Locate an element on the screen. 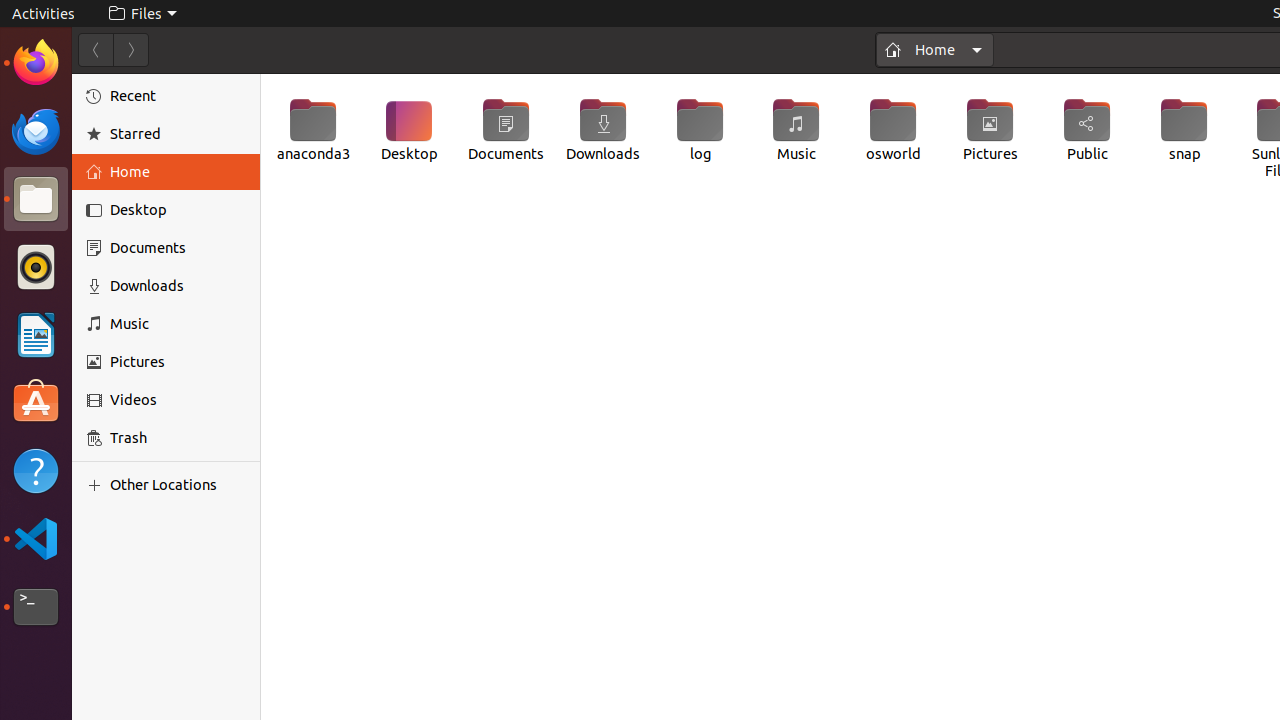  'Videos' is located at coordinates (178, 400).